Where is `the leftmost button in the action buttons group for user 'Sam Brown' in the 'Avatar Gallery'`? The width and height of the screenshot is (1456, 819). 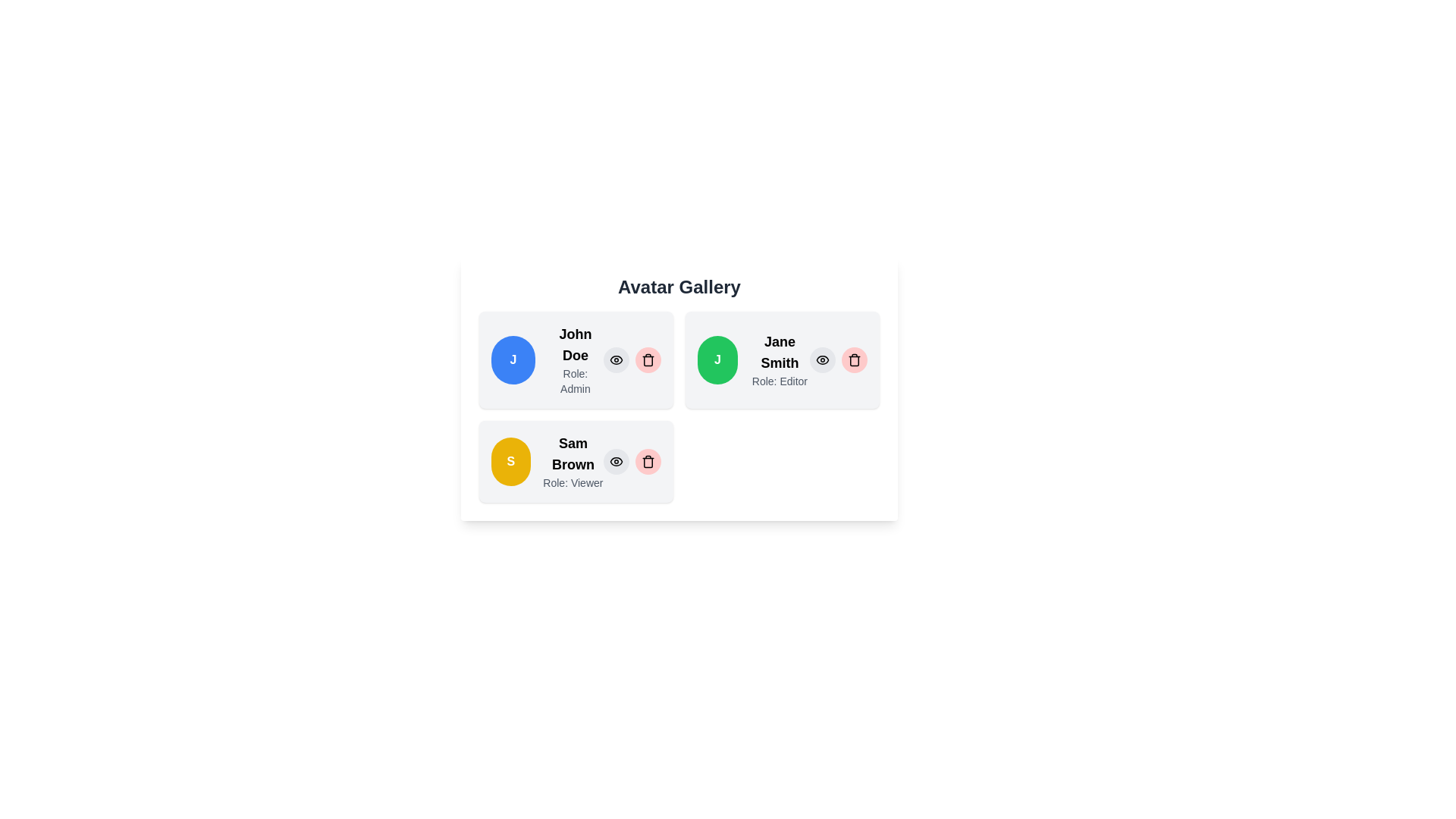
the leftmost button in the action buttons group for user 'Sam Brown' in the 'Avatar Gallery' is located at coordinates (616, 461).